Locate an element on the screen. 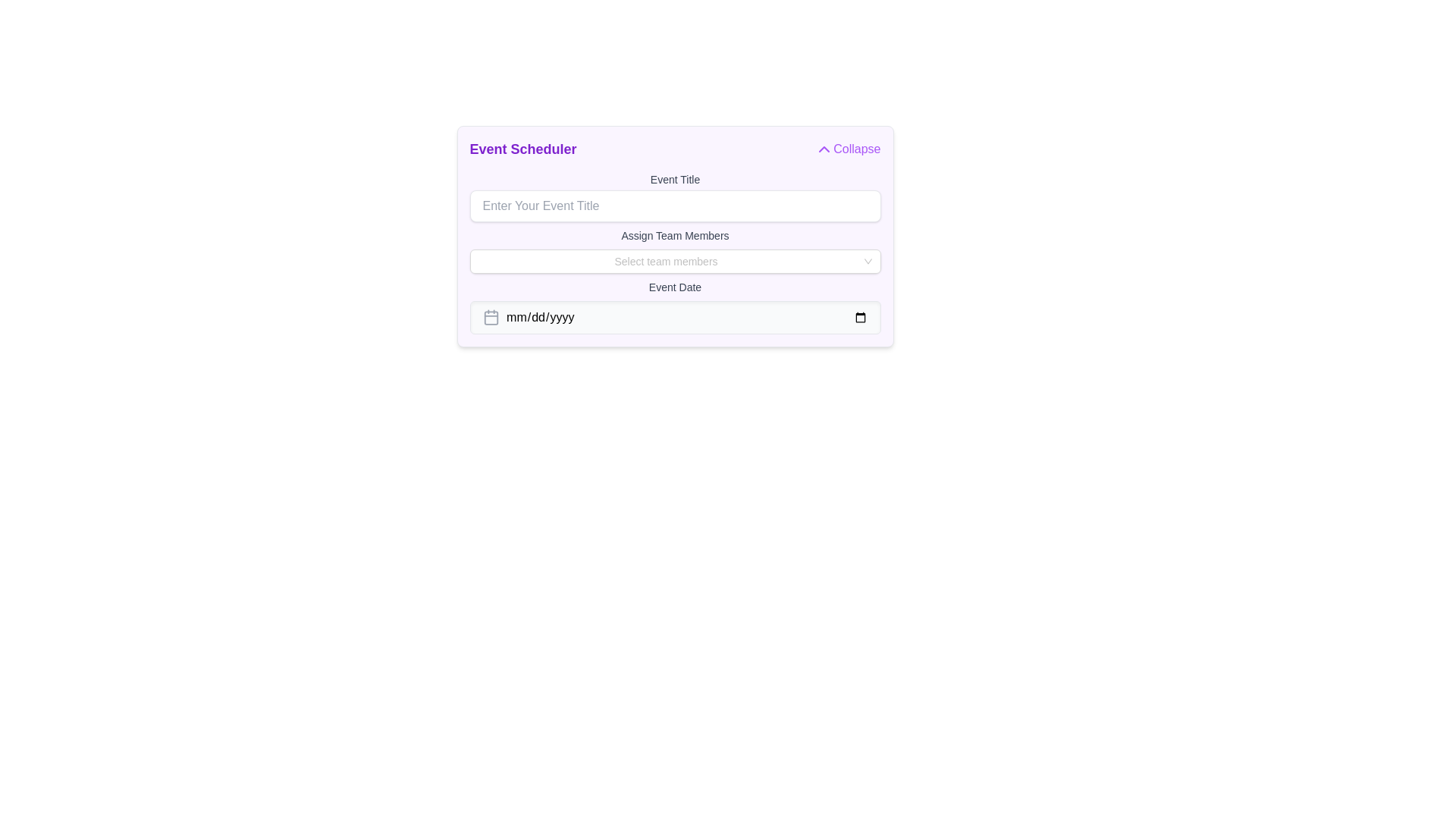 The height and width of the screenshot is (819, 1456). the calendar icon located to the left of the empty date input field within the 'Event Date' section is located at coordinates (491, 317).